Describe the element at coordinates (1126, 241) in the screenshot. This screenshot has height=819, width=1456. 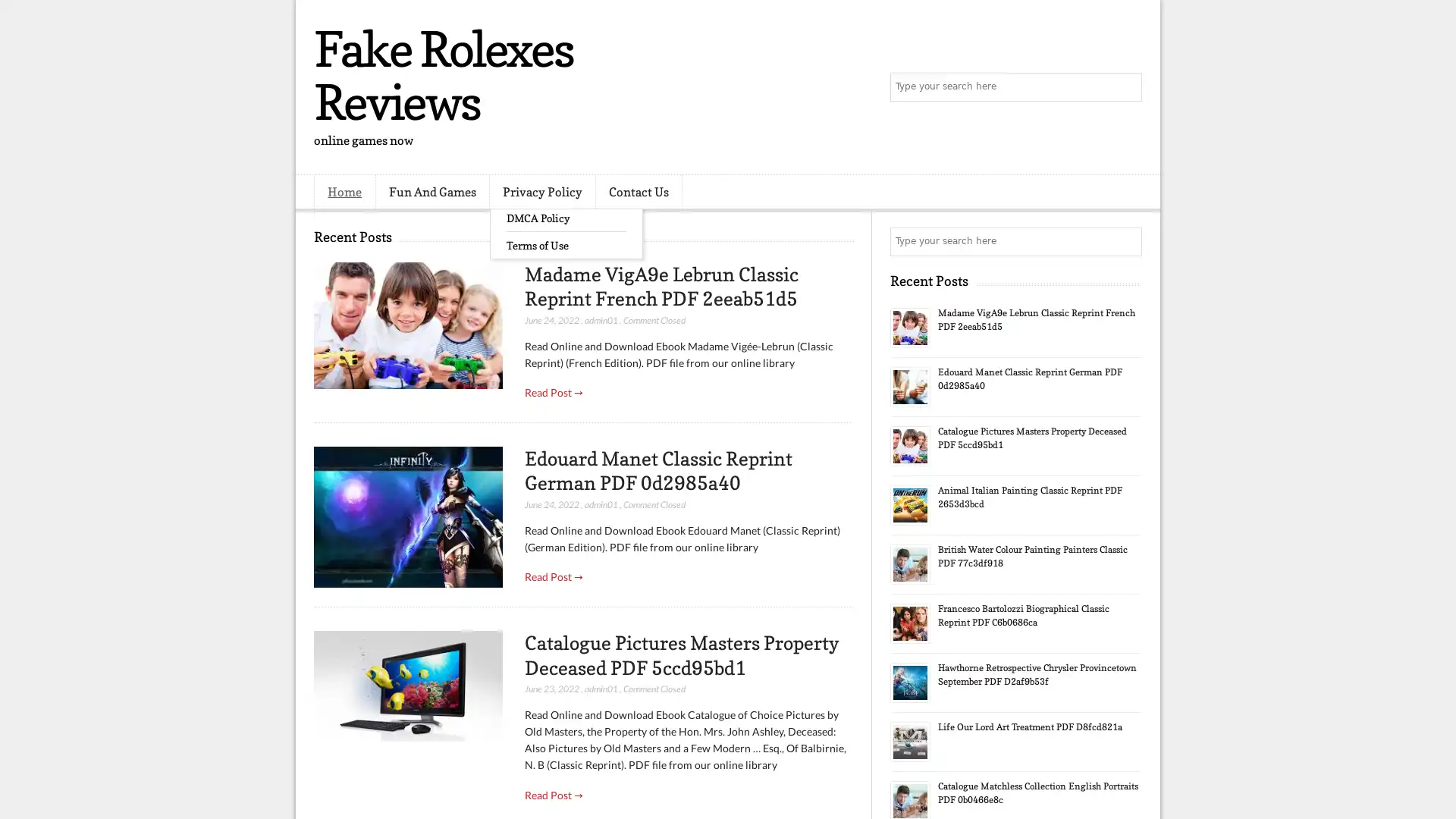
I see `Search` at that location.